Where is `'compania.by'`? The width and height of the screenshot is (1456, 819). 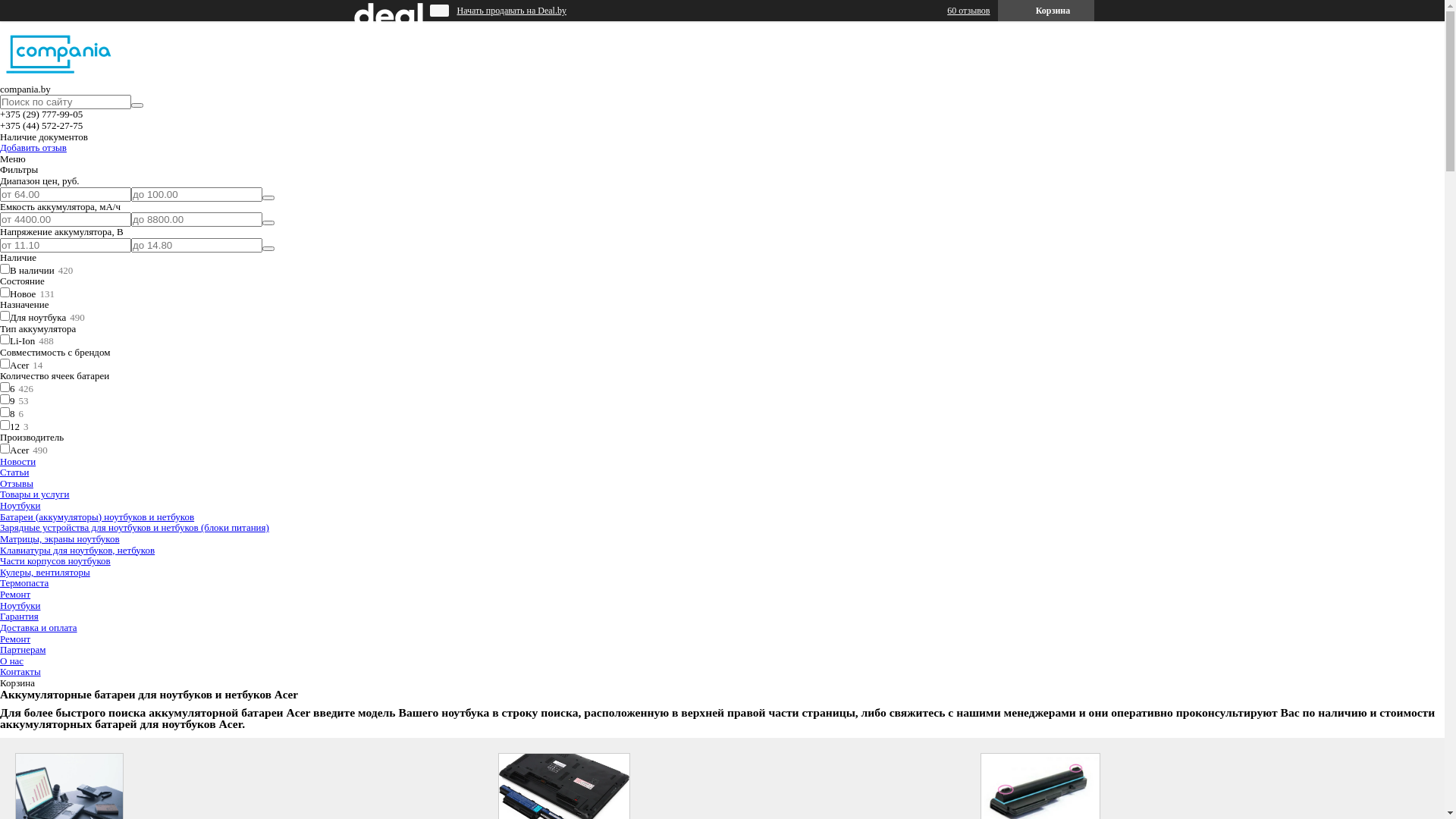 'compania.by' is located at coordinates (59, 77).